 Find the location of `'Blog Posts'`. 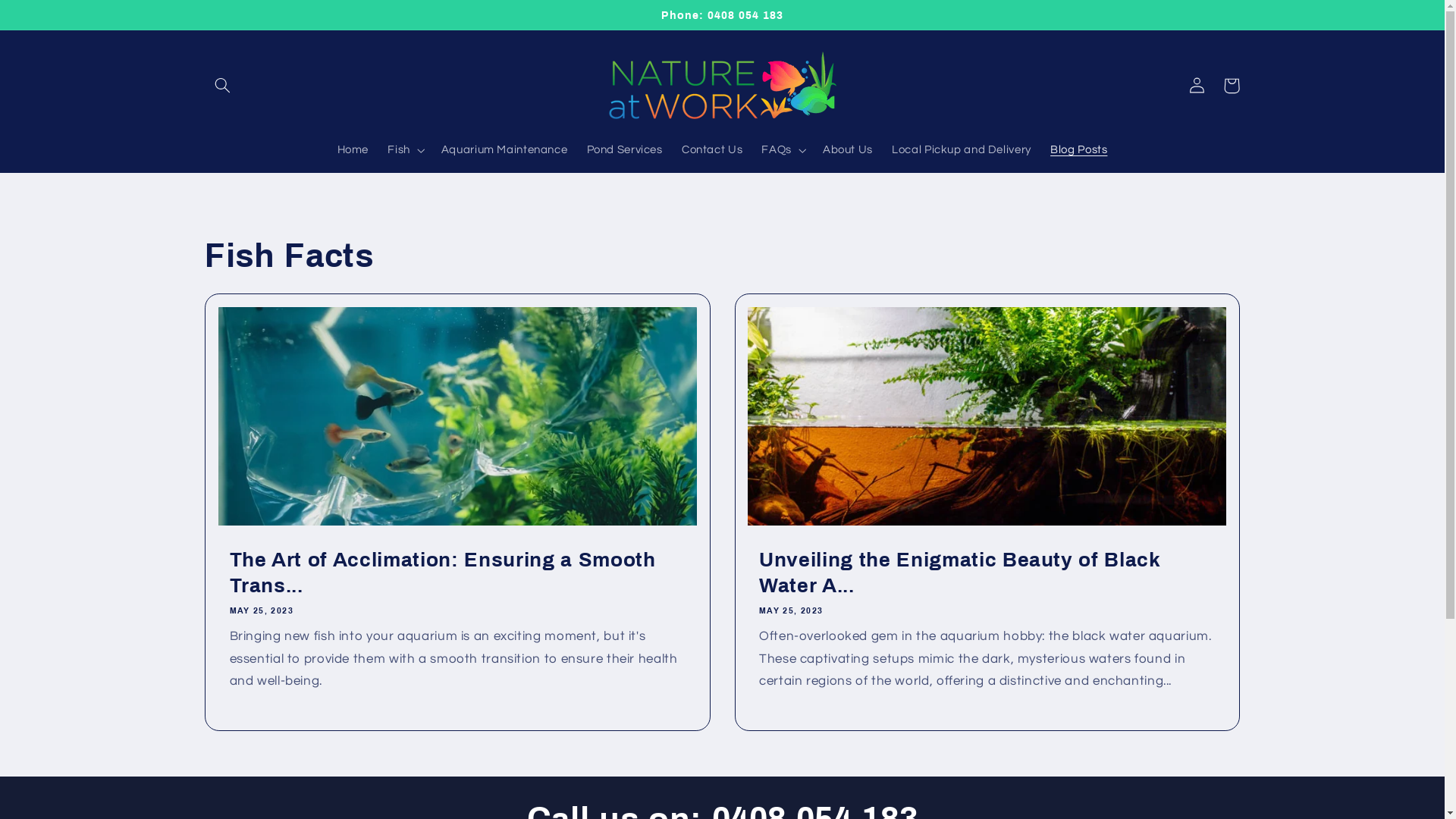

'Blog Posts' is located at coordinates (1078, 149).